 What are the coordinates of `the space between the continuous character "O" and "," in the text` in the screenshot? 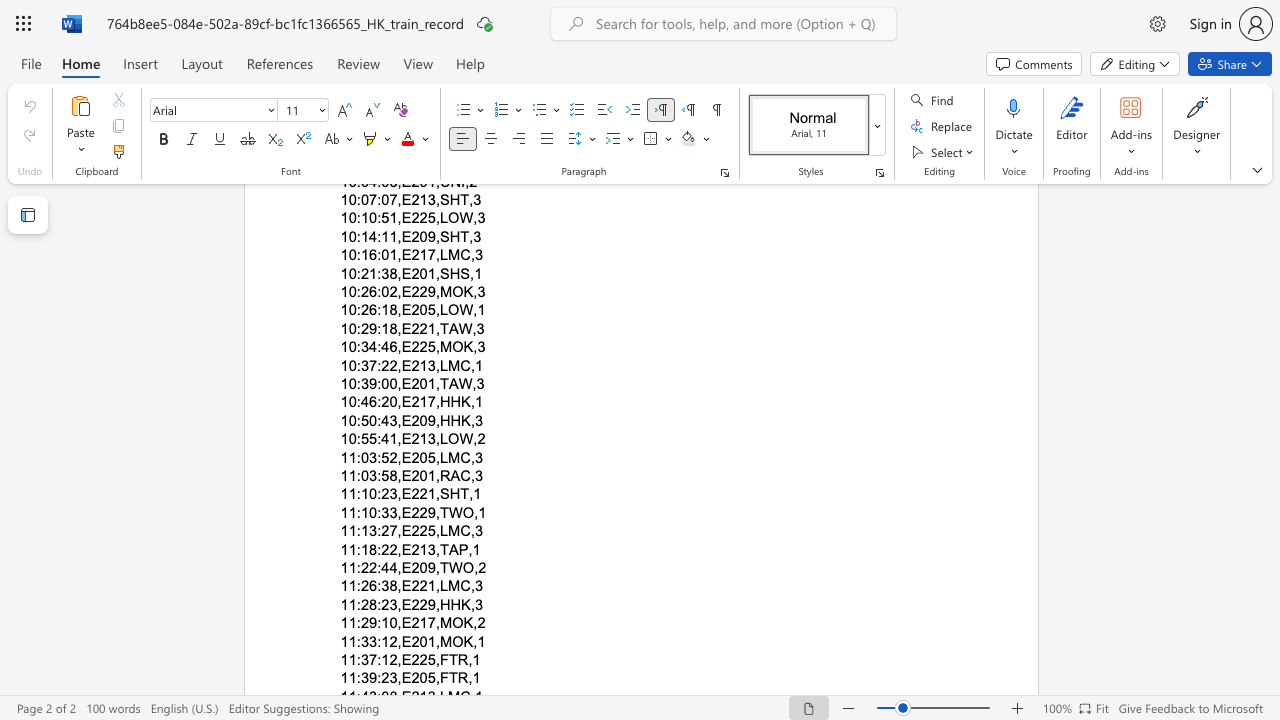 It's located at (471, 511).